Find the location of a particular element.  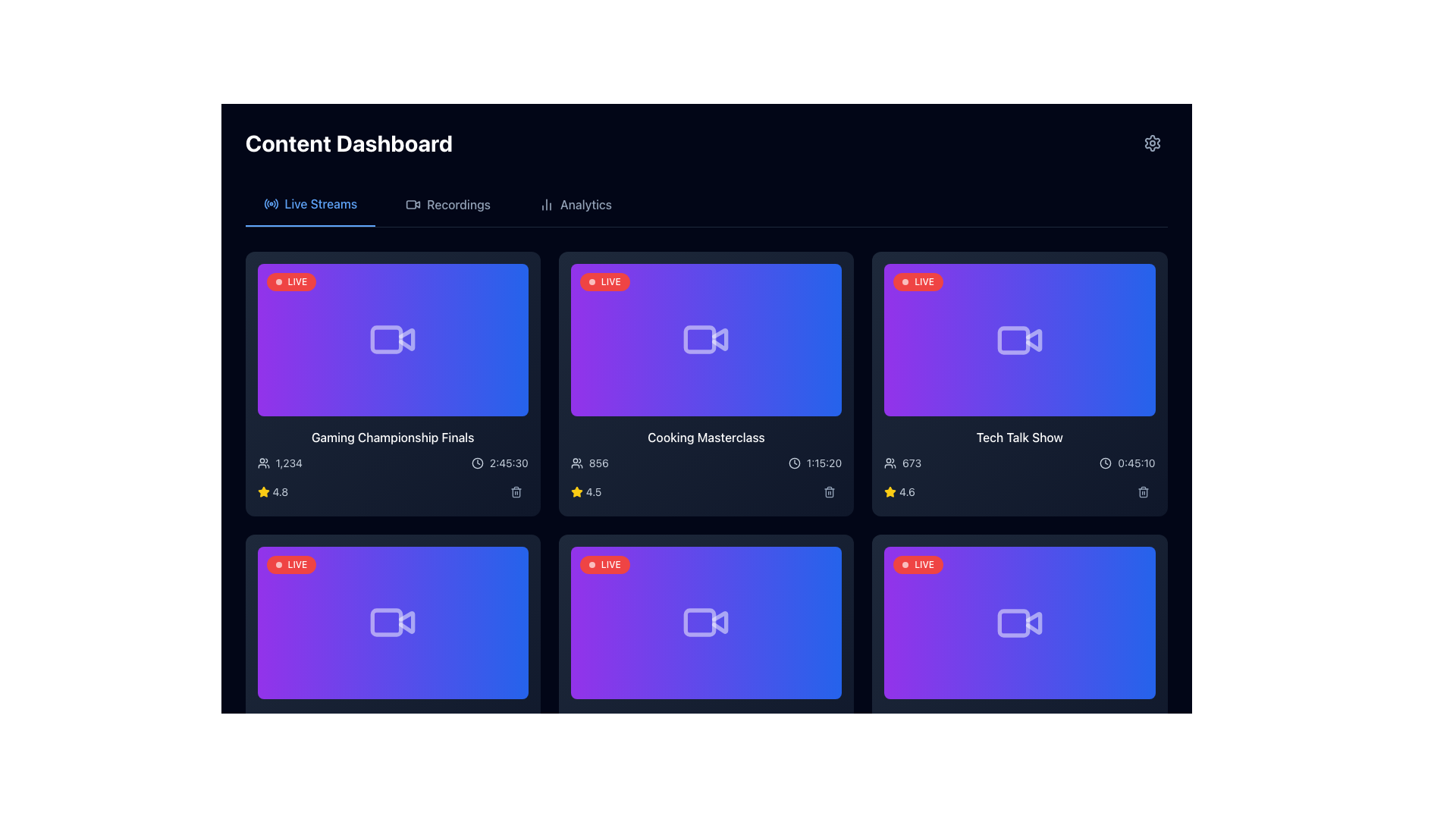

the 'Recordings' button in the navigation menu is located at coordinates (447, 205).